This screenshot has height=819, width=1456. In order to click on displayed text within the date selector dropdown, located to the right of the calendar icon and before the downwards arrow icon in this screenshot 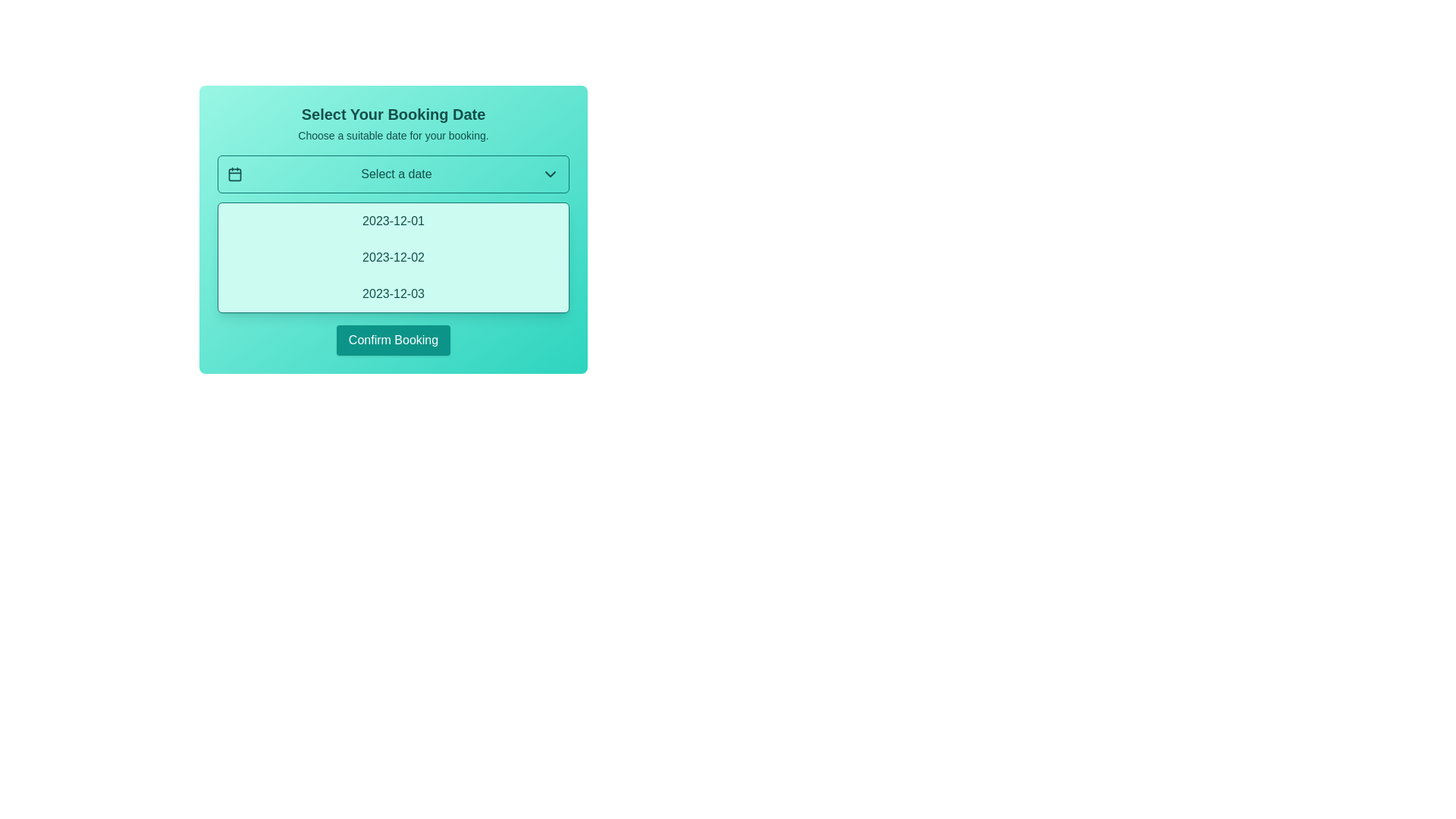, I will do `click(397, 174)`.